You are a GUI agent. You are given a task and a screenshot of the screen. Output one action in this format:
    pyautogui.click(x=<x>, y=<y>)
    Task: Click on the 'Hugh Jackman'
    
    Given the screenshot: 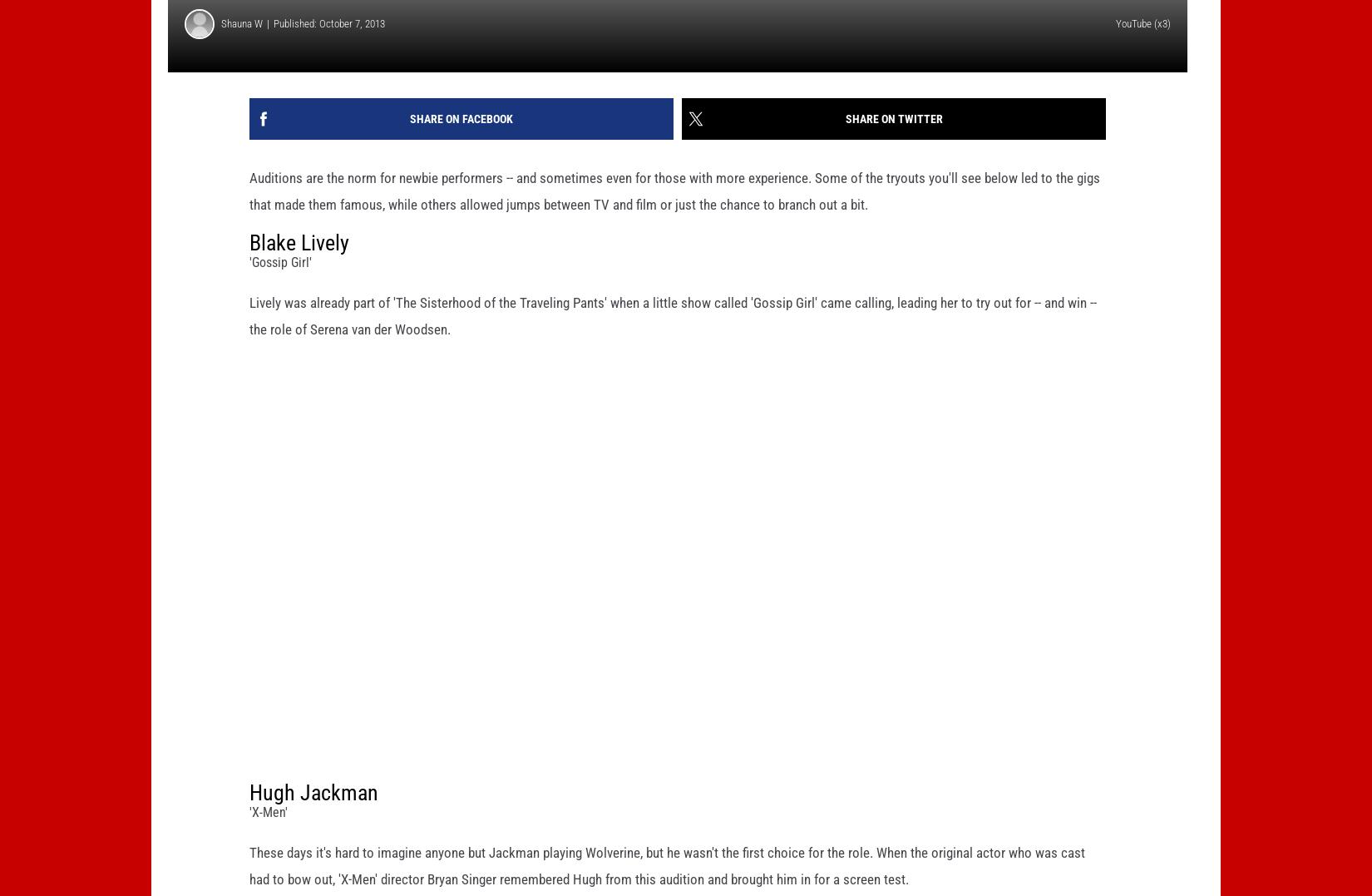 What is the action you would take?
    pyautogui.click(x=313, y=818)
    